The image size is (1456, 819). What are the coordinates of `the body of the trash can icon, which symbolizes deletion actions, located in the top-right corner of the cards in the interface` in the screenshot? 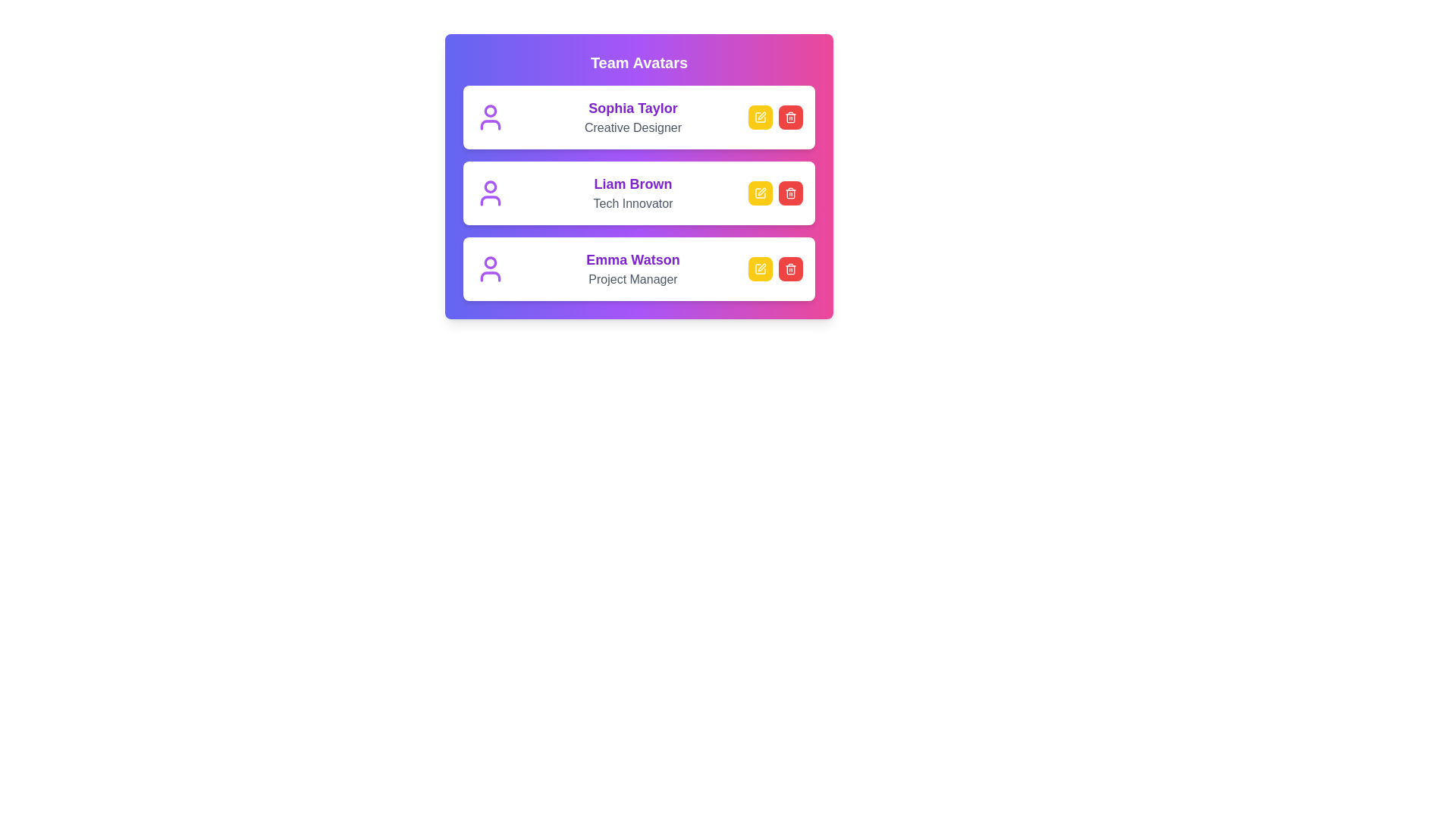 It's located at (789, 193).